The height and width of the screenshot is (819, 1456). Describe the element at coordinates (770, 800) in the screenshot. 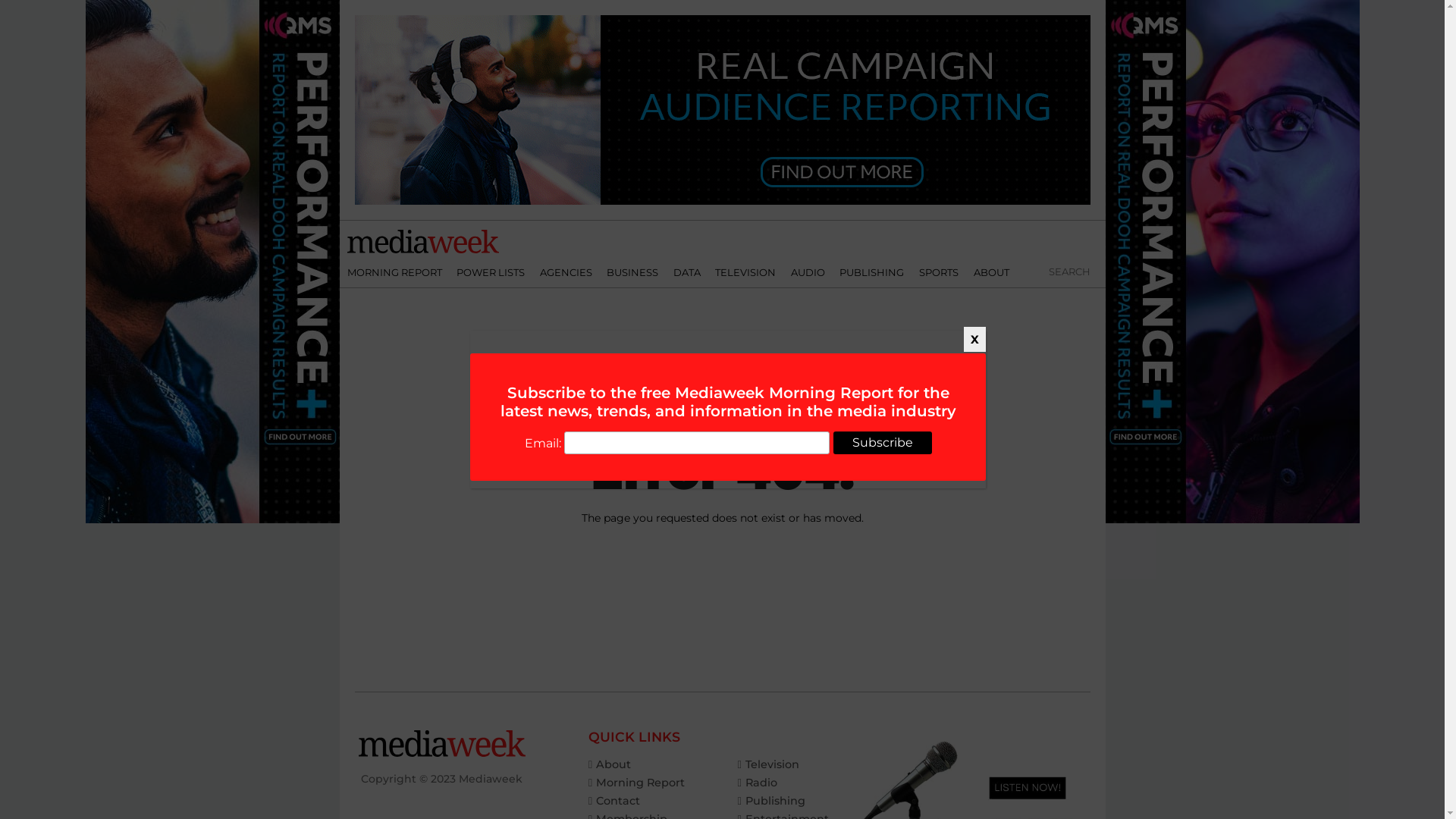

I see `'Publishing'` at that location.